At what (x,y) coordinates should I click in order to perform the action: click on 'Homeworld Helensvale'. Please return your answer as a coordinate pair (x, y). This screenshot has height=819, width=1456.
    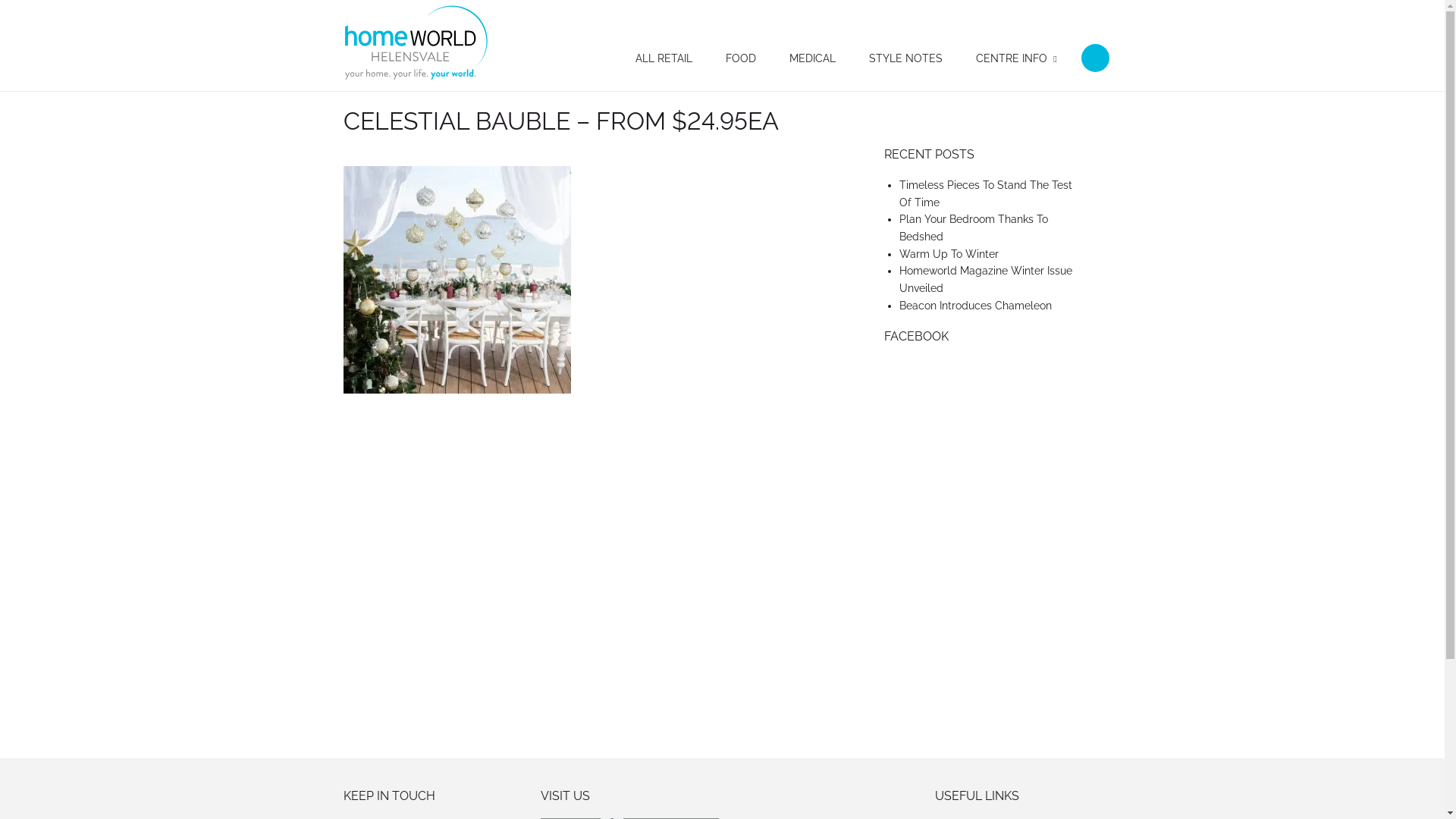
    Looking at the image, I should click on (415, 40).